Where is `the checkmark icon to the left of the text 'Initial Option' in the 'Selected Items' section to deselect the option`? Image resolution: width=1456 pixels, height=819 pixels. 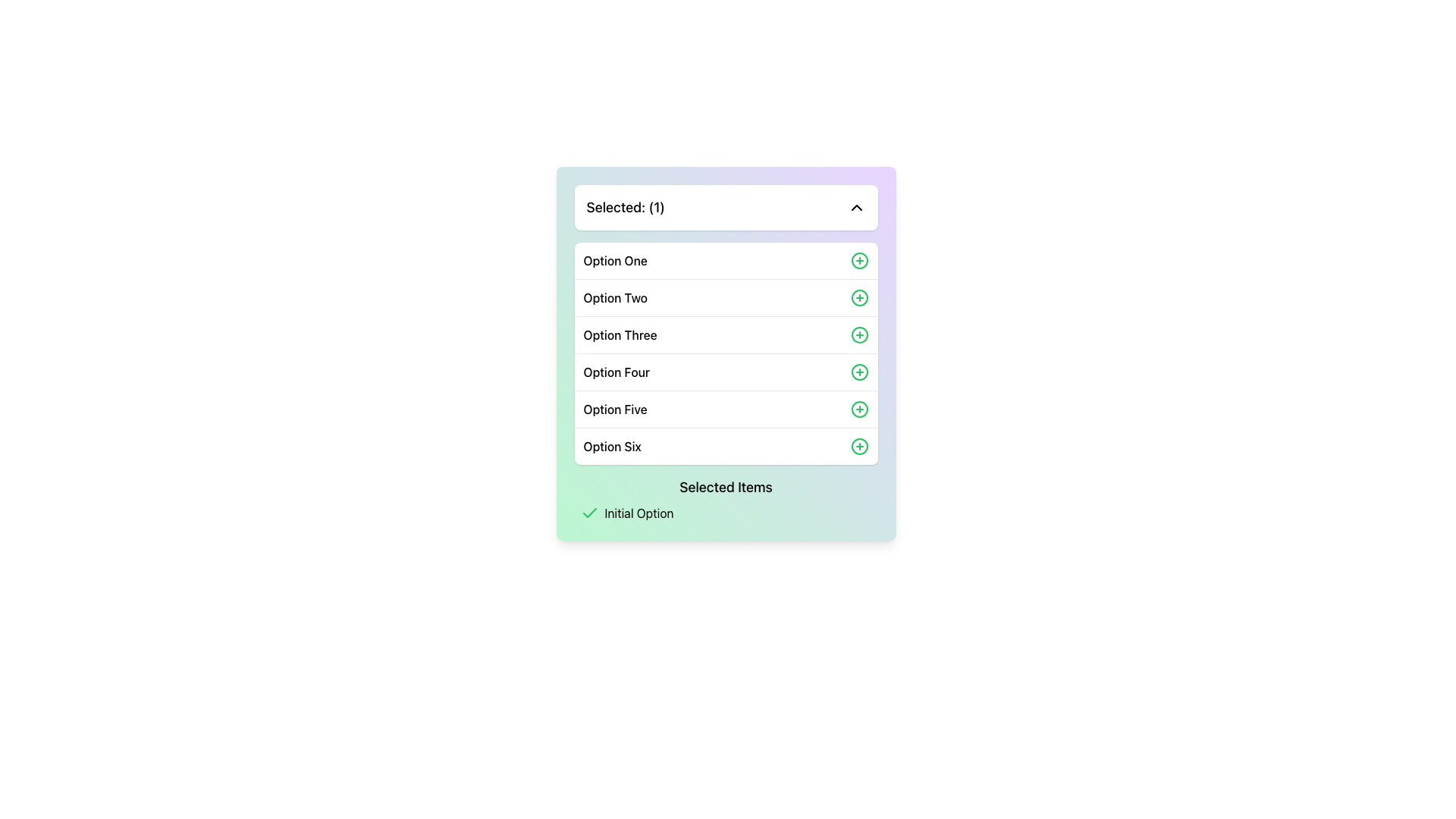 the checkmark icon to the left of the text 'Initial Option' in the 'Selected Items' section to deselect the option is located at coordinates (588, 513).